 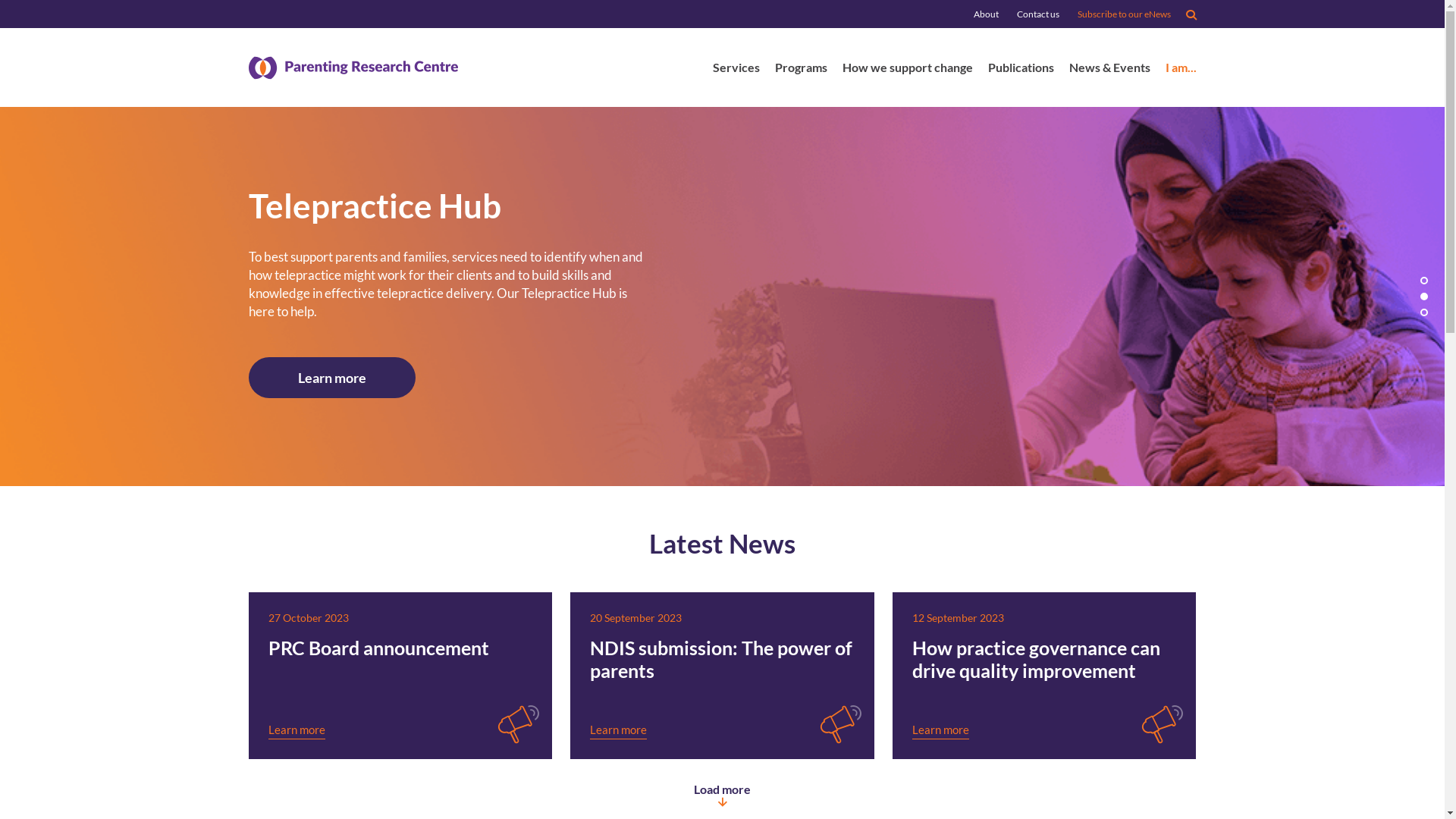 I want to click on 'News & Events', so click(x=1109, y=69).